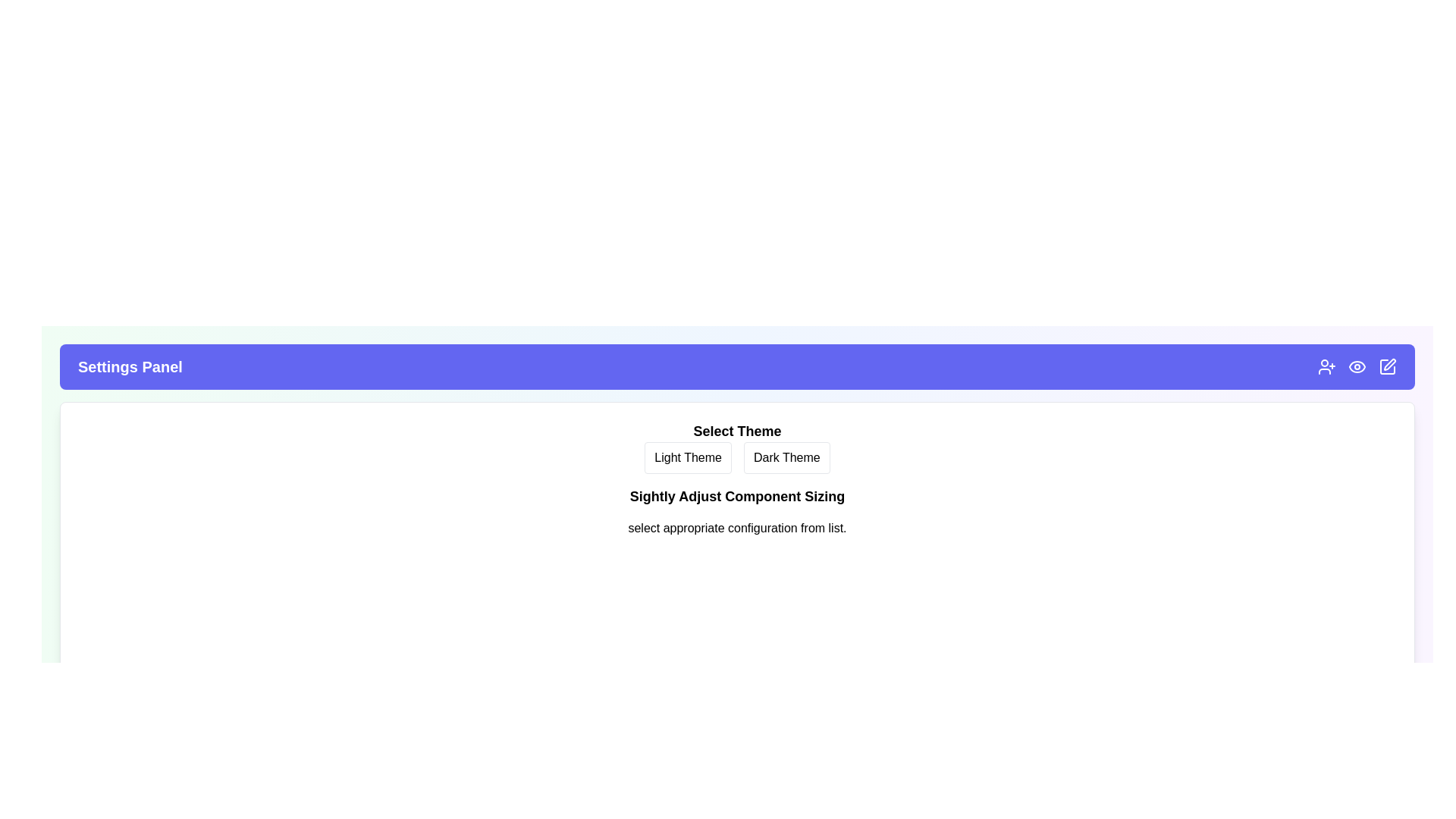  What do you see at coordinates (786, 457) in the screenshot?
I see `the dark mode button located in the 'Select Theme' area` at bounding box center [786, 457].